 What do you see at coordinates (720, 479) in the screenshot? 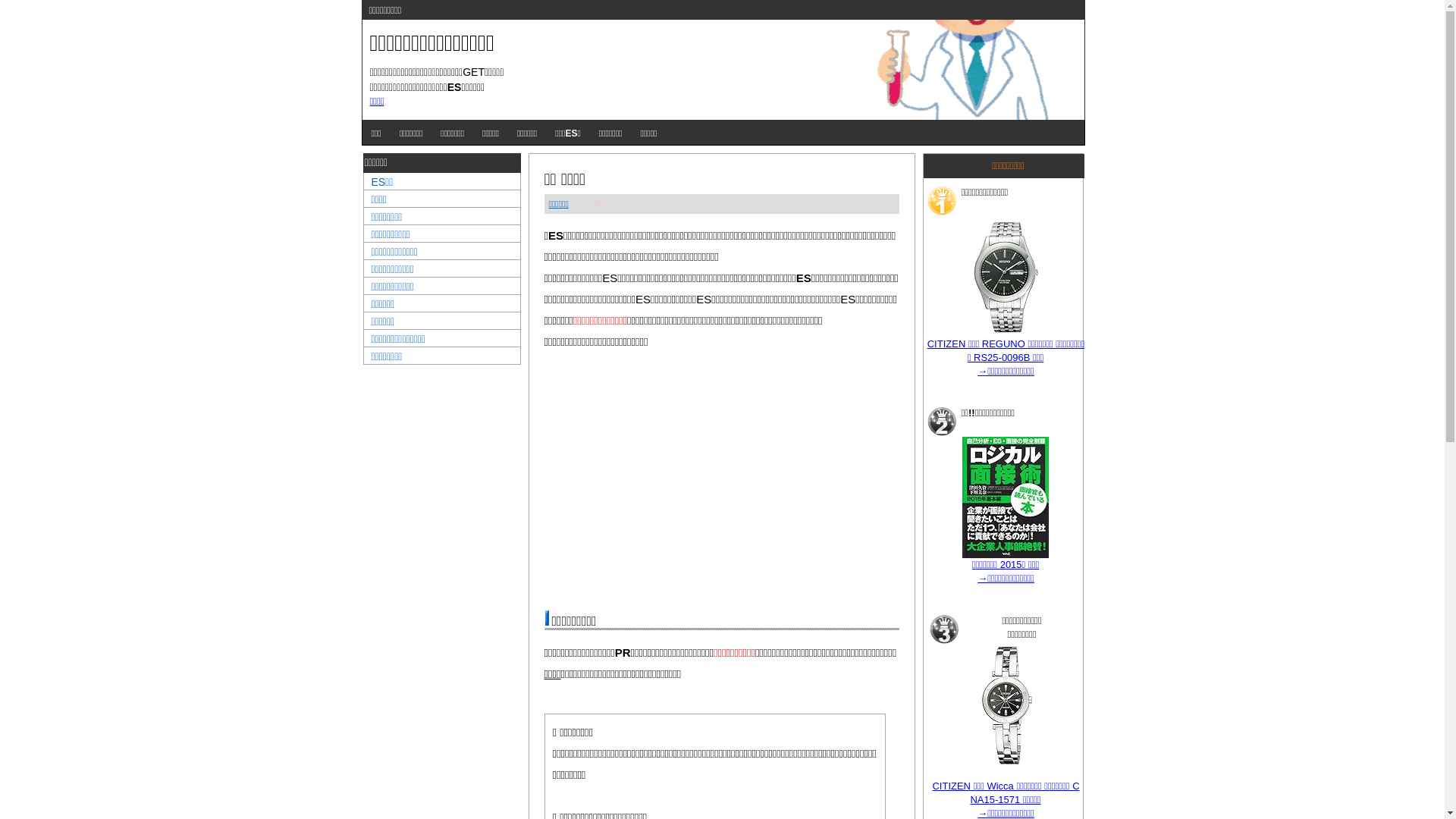
I see `'Advertisement'` at bounding box center [720, 479].